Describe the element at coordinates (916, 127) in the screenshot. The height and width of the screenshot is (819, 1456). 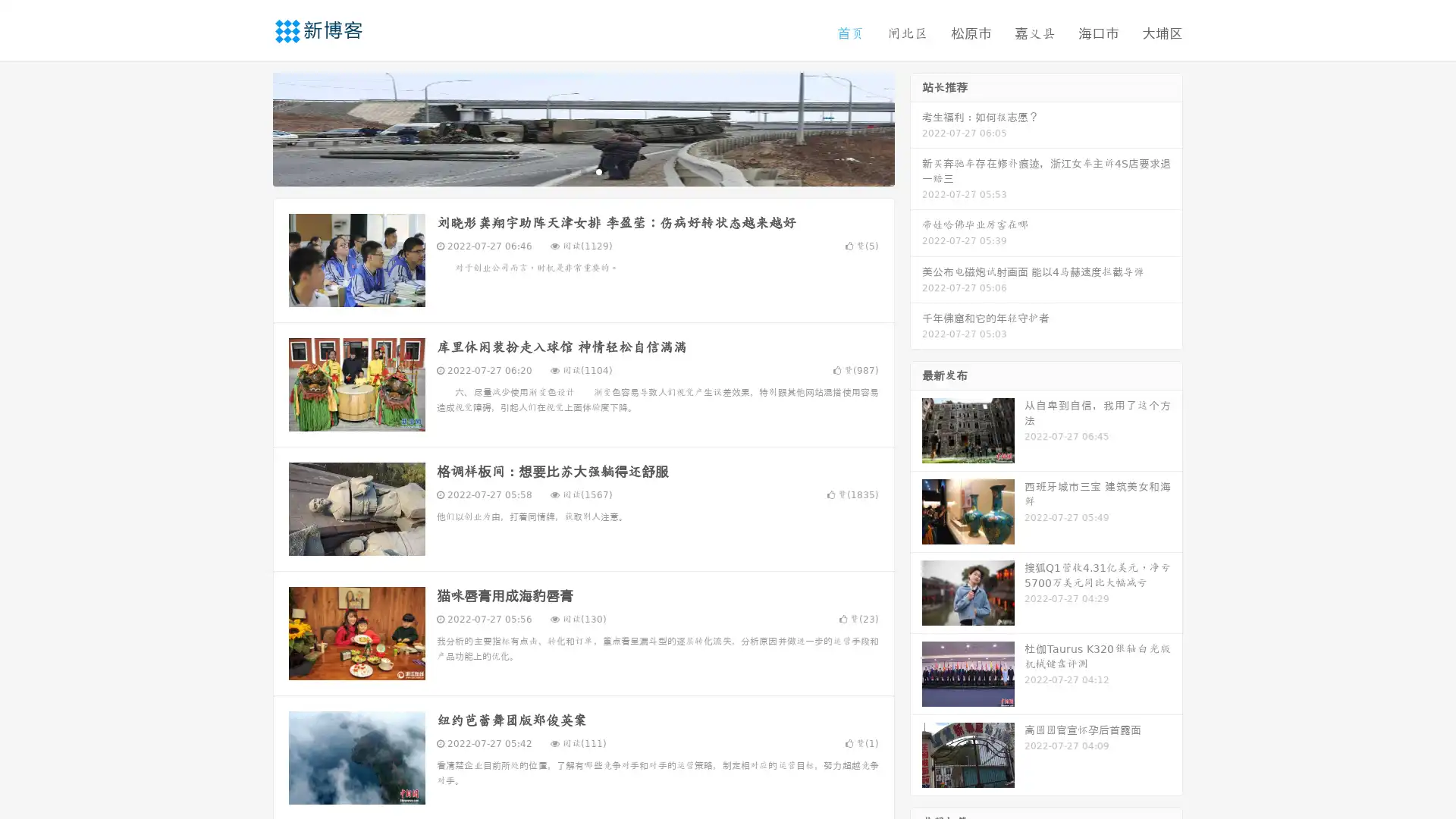
I see `Next slide` at that location.